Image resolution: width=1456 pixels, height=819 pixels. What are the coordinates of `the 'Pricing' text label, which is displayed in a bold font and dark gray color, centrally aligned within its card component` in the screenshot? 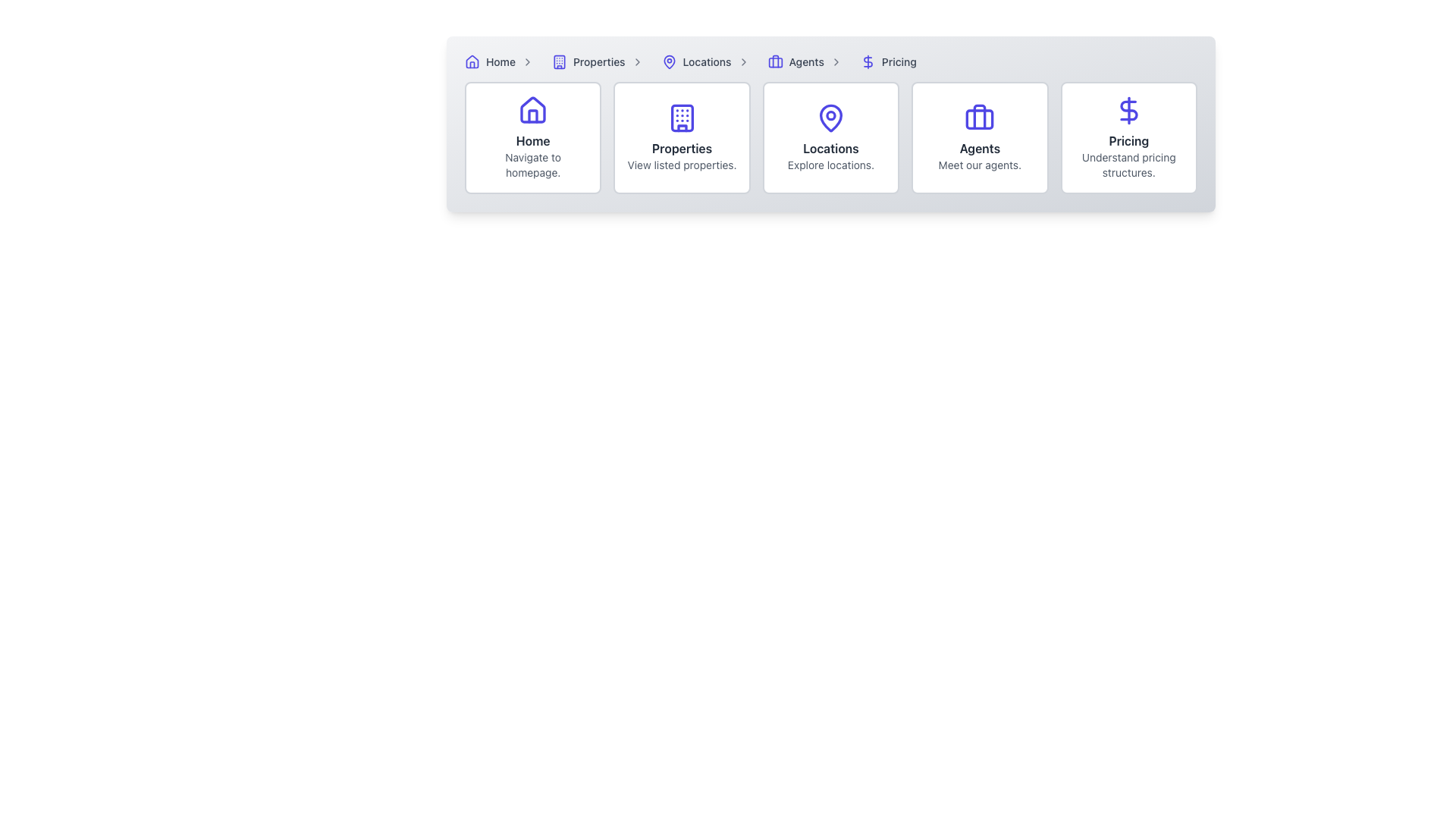 It's located at (1128, 140).